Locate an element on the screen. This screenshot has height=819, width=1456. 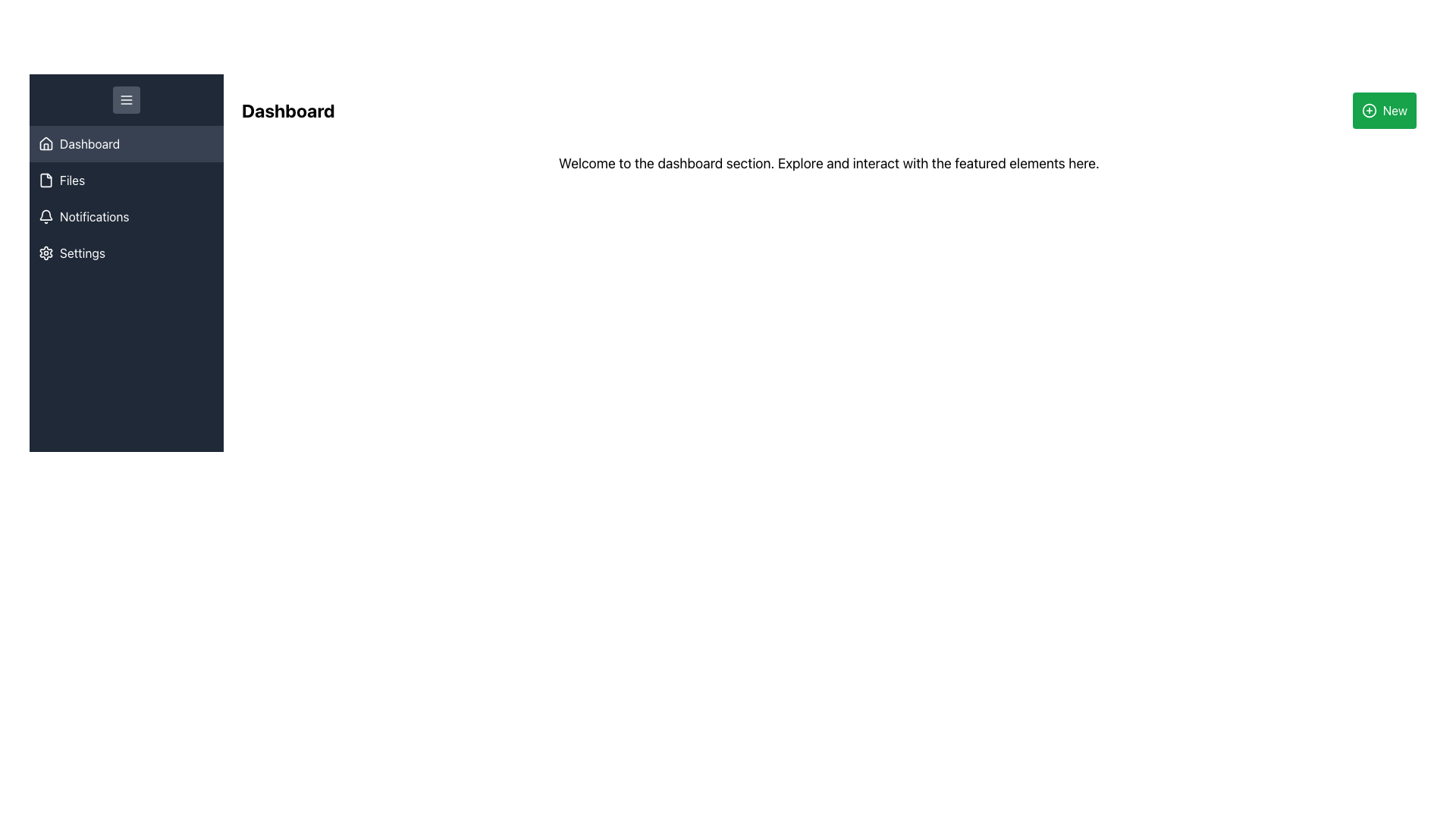
the second item in the vertical navigation menu, located below the 'Dashboard' and above 'Notifications' is located at coordinates (127, 180).